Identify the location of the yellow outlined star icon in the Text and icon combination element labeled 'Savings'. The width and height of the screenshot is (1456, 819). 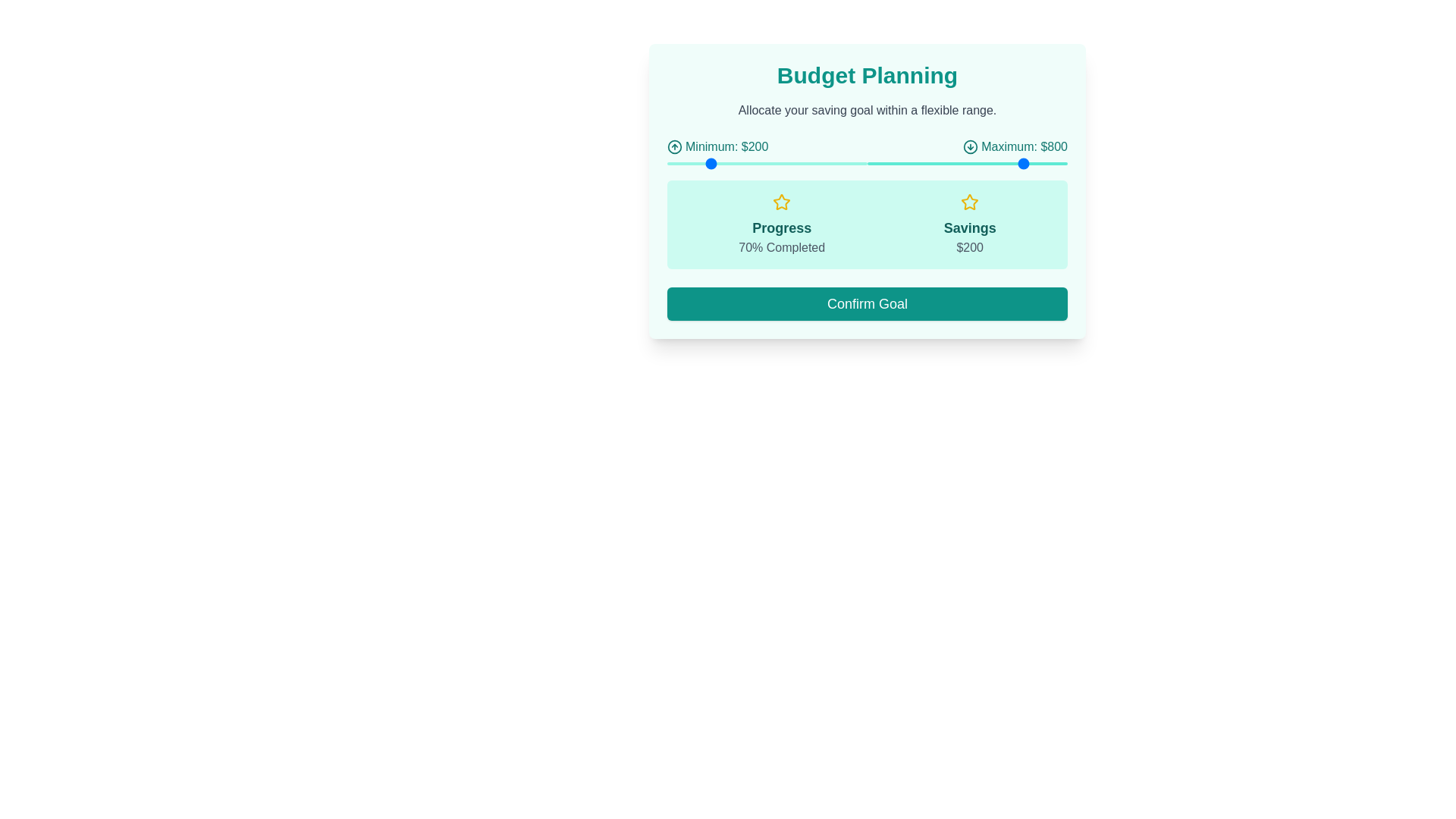
(969, 224).